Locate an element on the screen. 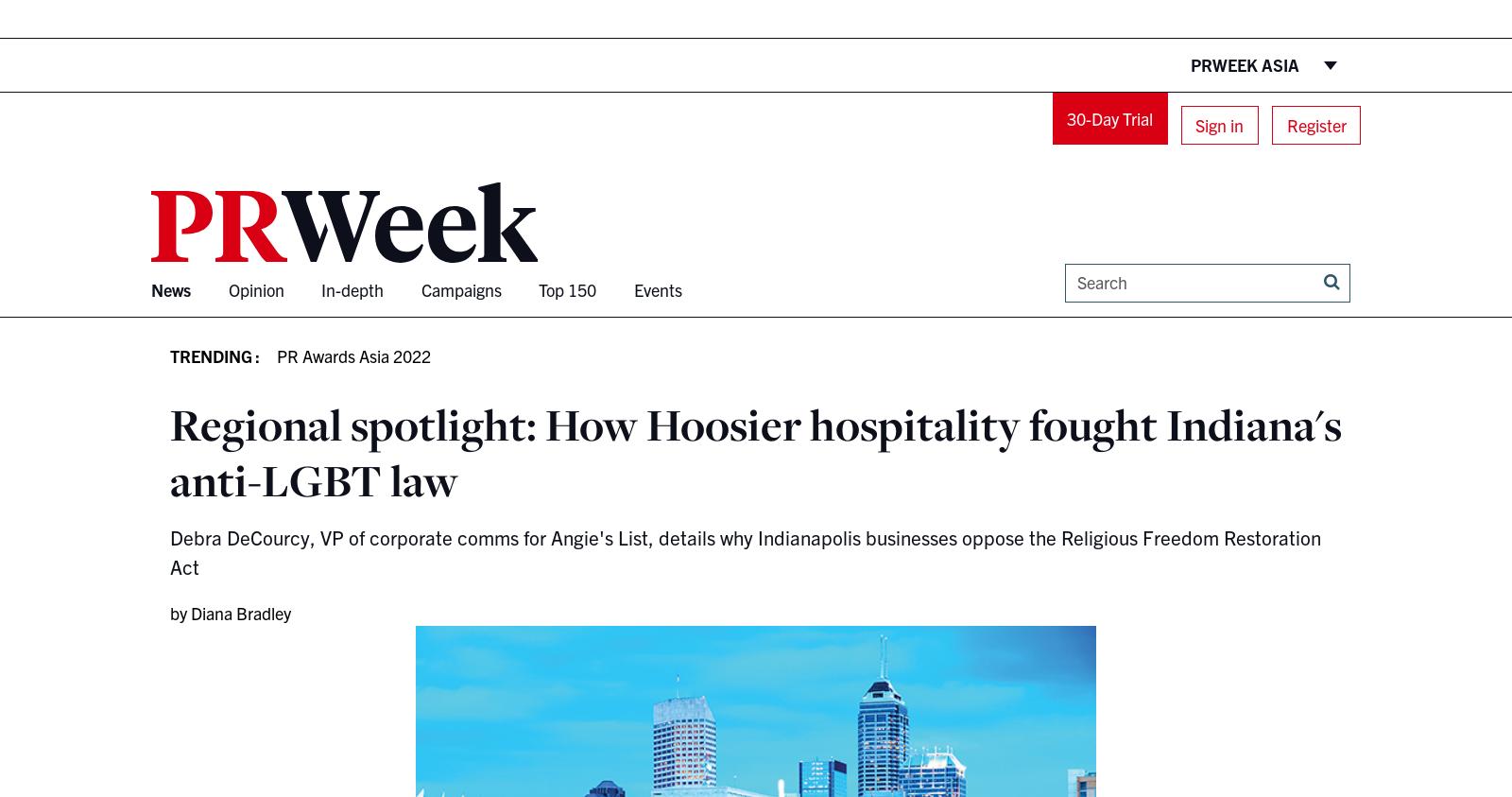 The width and height of the screenshot is (1512, 797). 'by
                            Diana Bradley' is located at coordinates (231, 611).